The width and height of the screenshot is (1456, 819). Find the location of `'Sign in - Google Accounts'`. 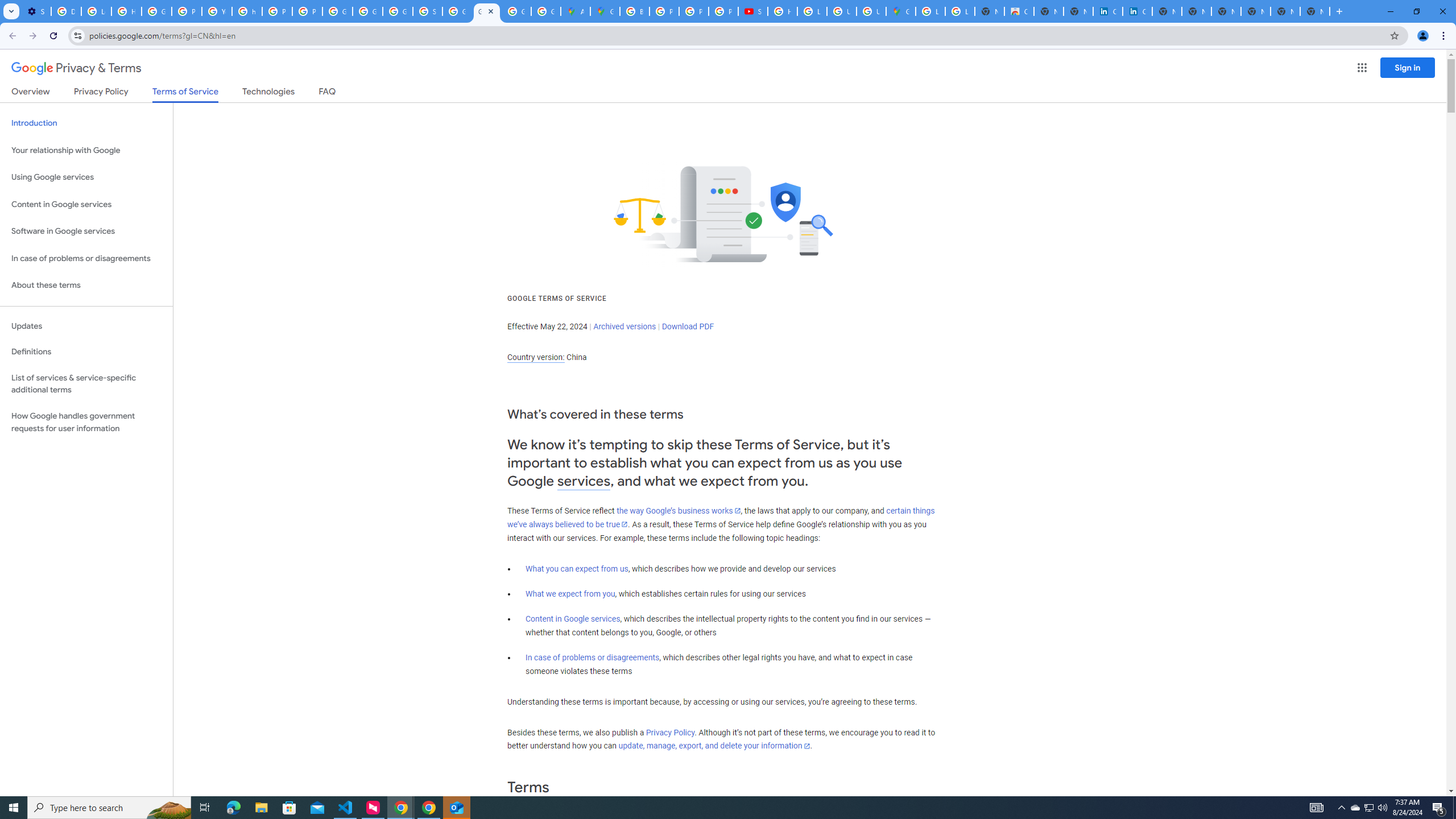

'Sign in - Google Accounts' is located at coordinates (427, 11).